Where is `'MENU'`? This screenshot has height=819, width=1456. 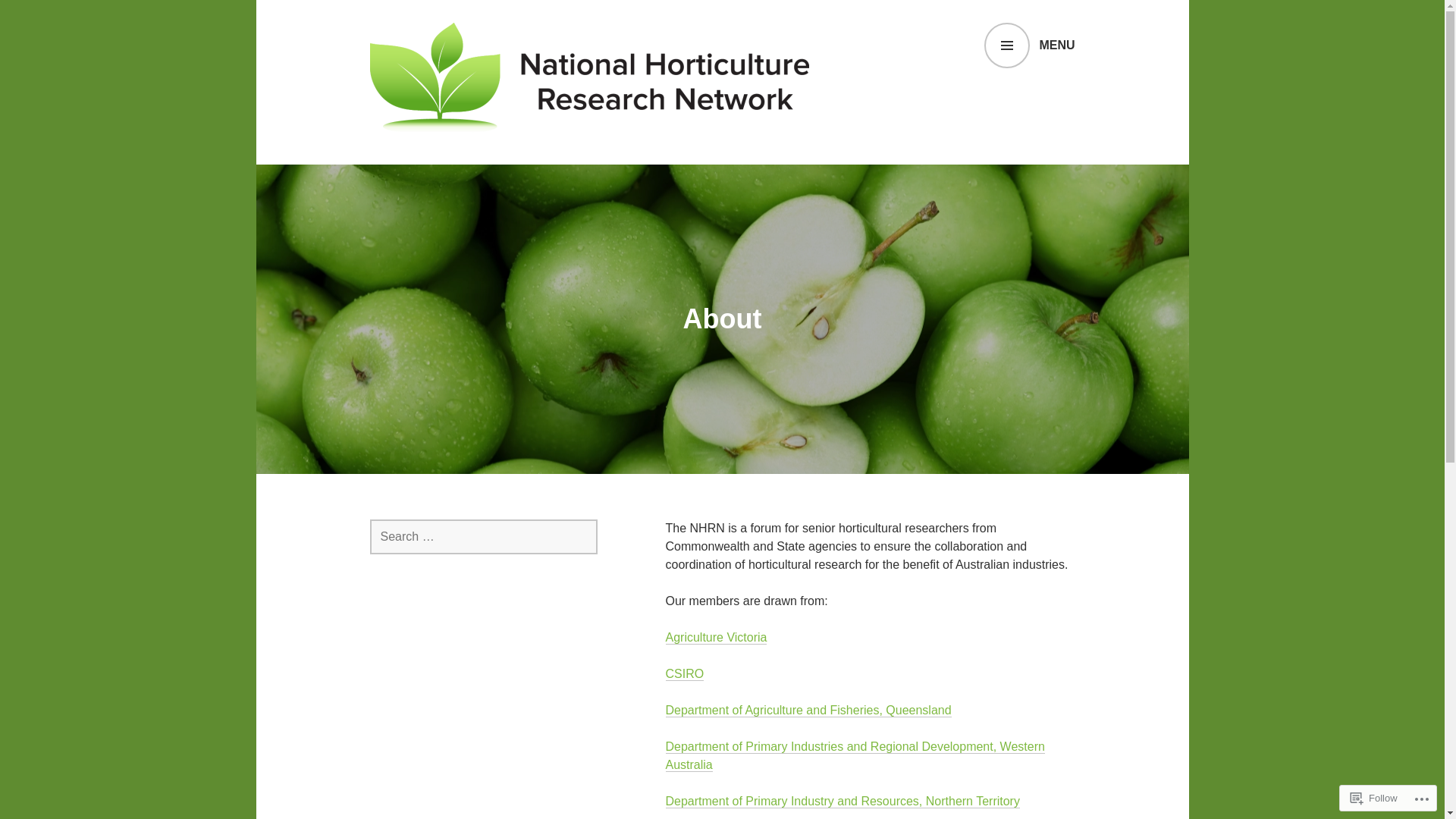 'MENU' is located at coordinates (1029, 45).